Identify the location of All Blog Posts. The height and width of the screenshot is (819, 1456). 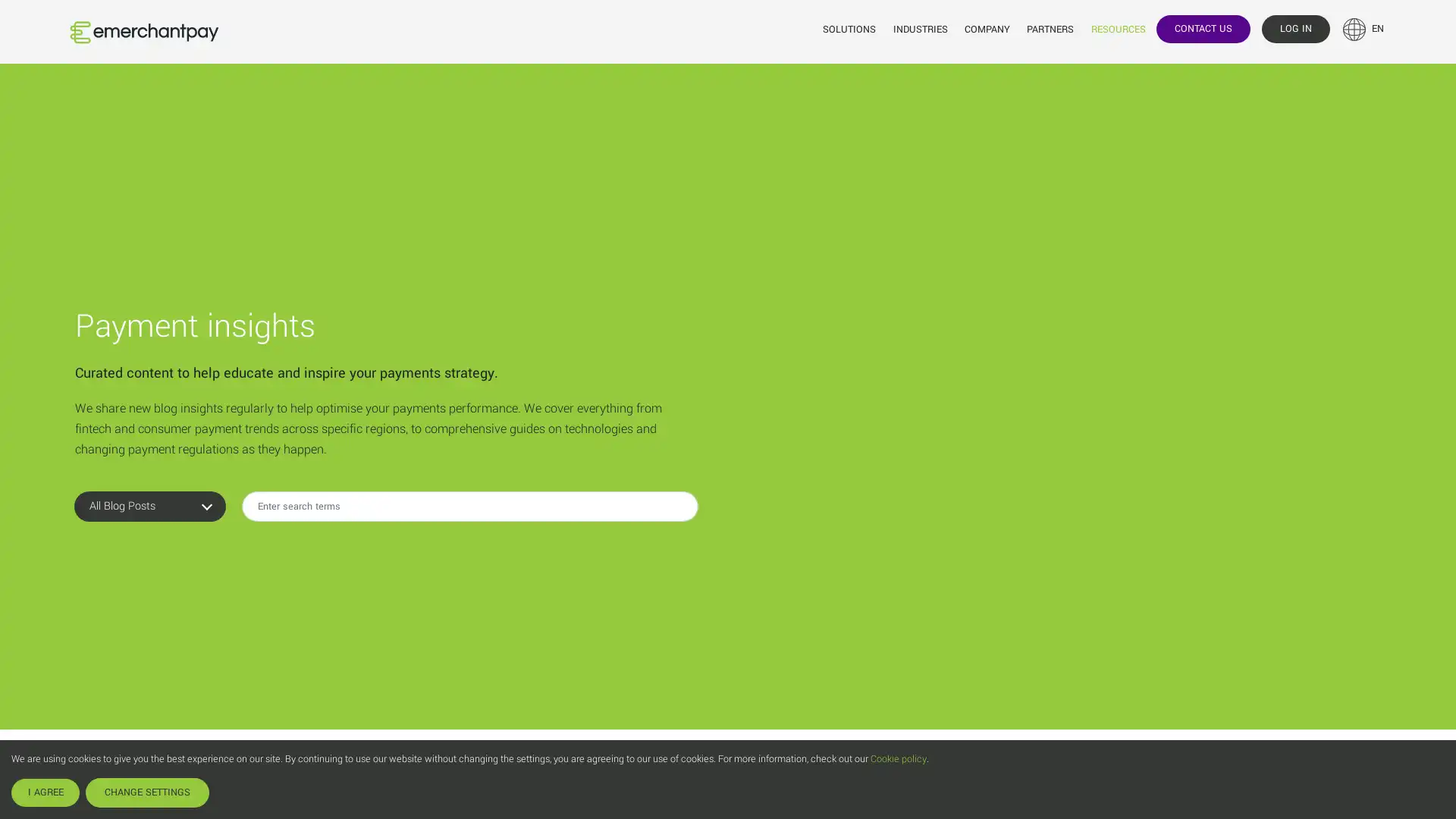
(149, 547).